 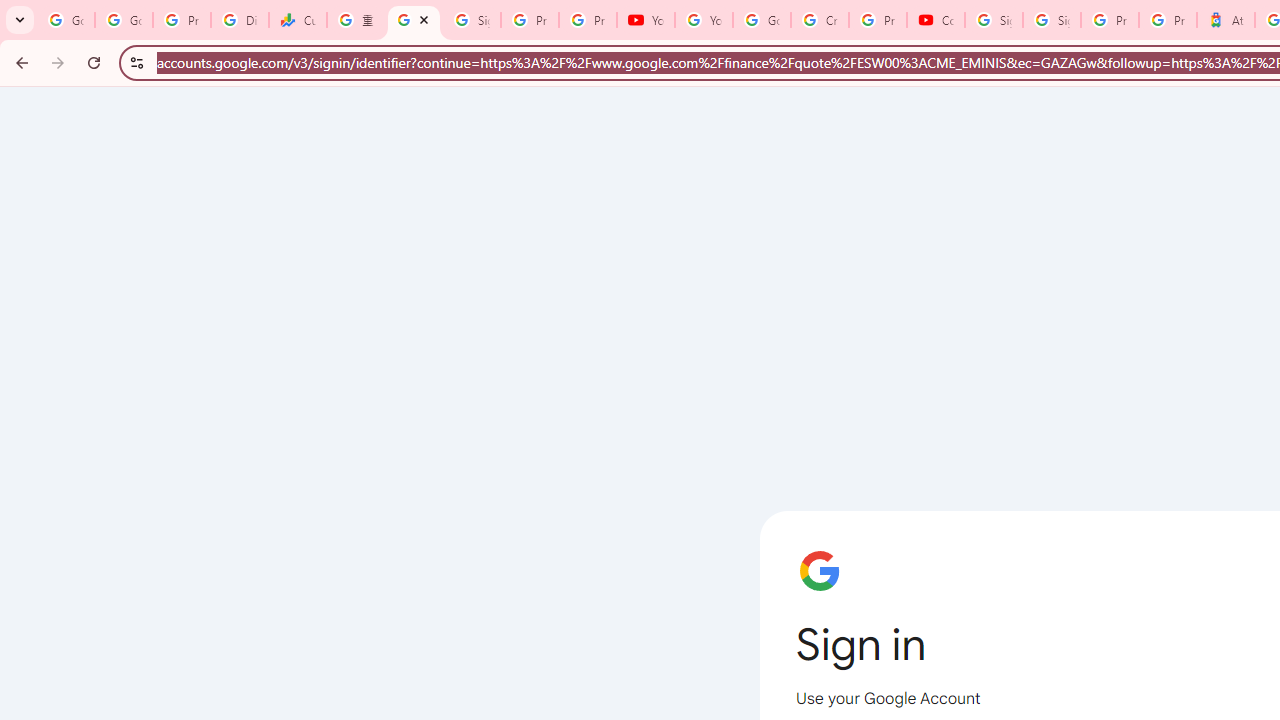 I want to click on 'Sign in - Google Accounts', so click(x=1051, y=20).